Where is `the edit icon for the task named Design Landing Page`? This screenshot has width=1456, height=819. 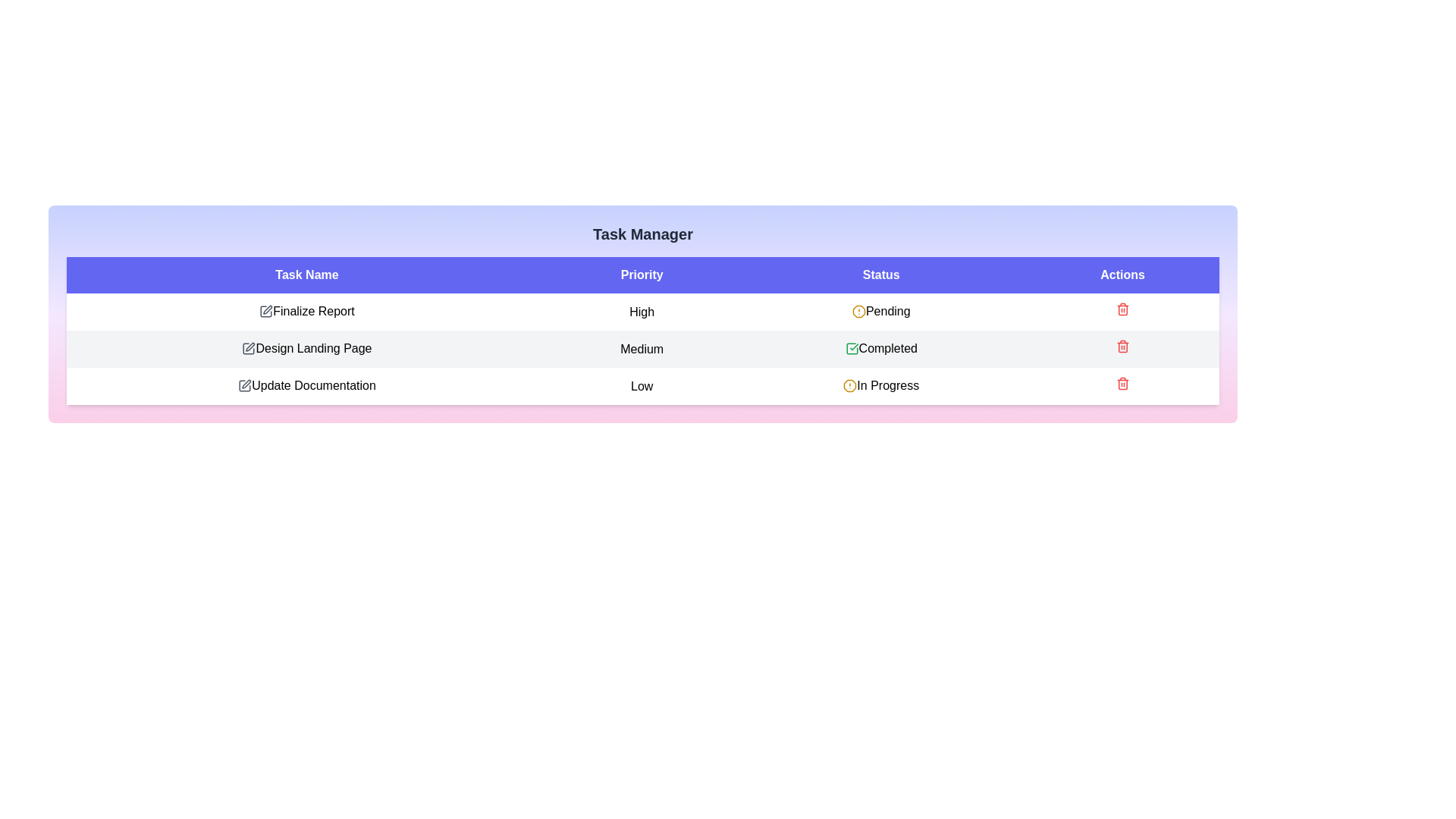
the edit icon for the task named Design Landing Page is located at coordinates (248, 348).